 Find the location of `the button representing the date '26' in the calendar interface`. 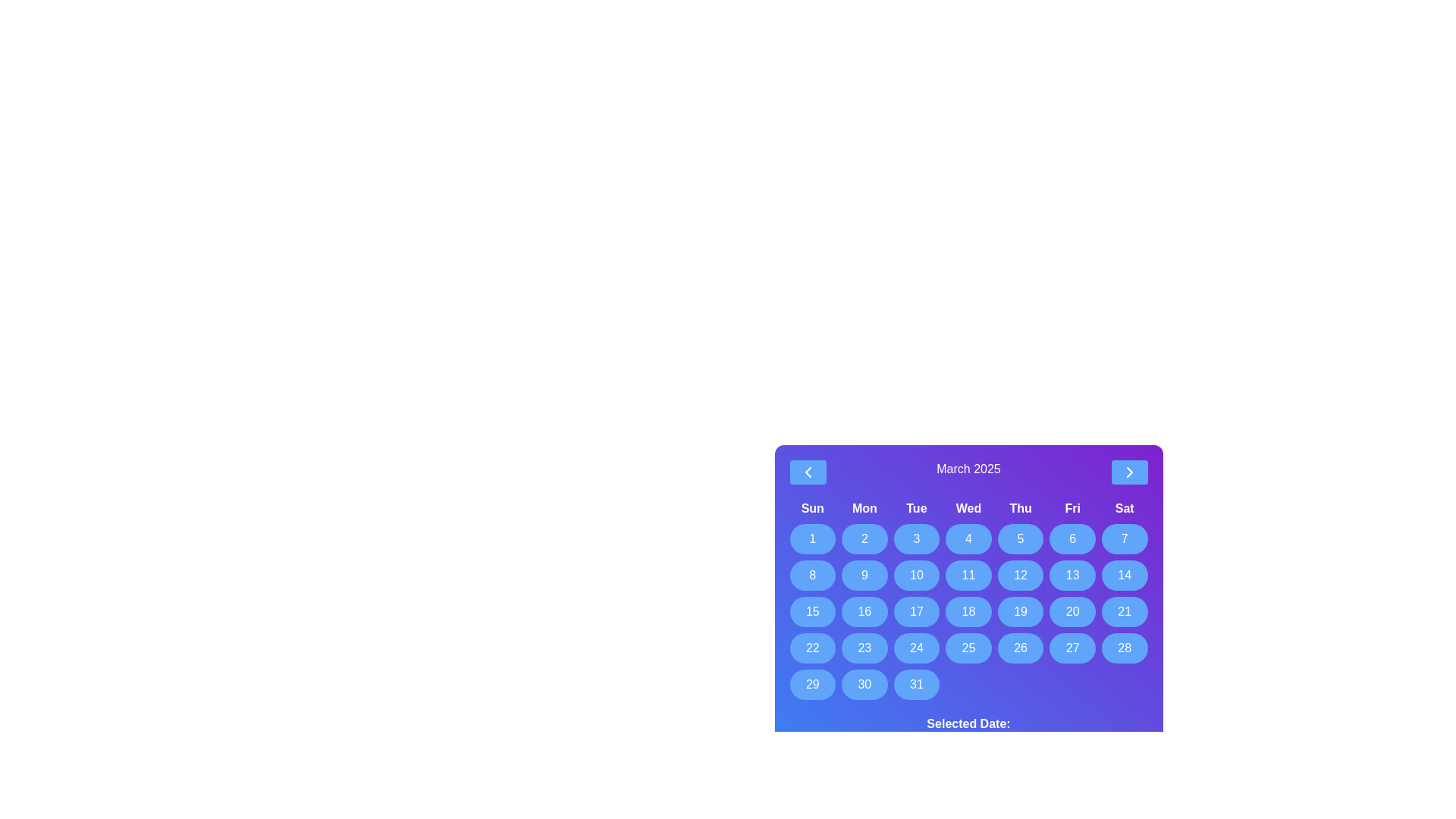

the button representing the date '26' in the calendar interface is located at coordinates (1021, 648).